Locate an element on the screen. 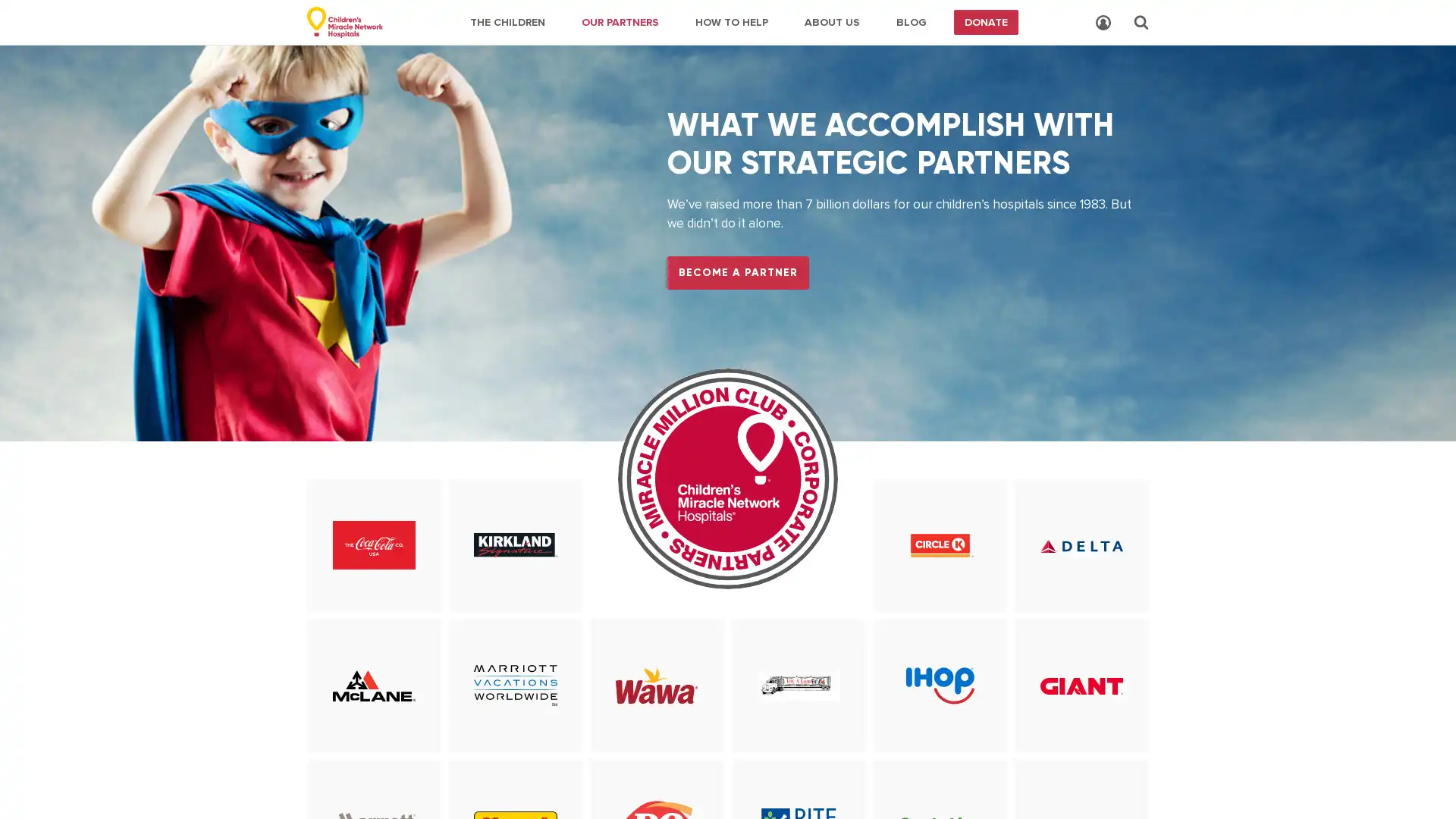  Search is located at coordinates (1141, 22).